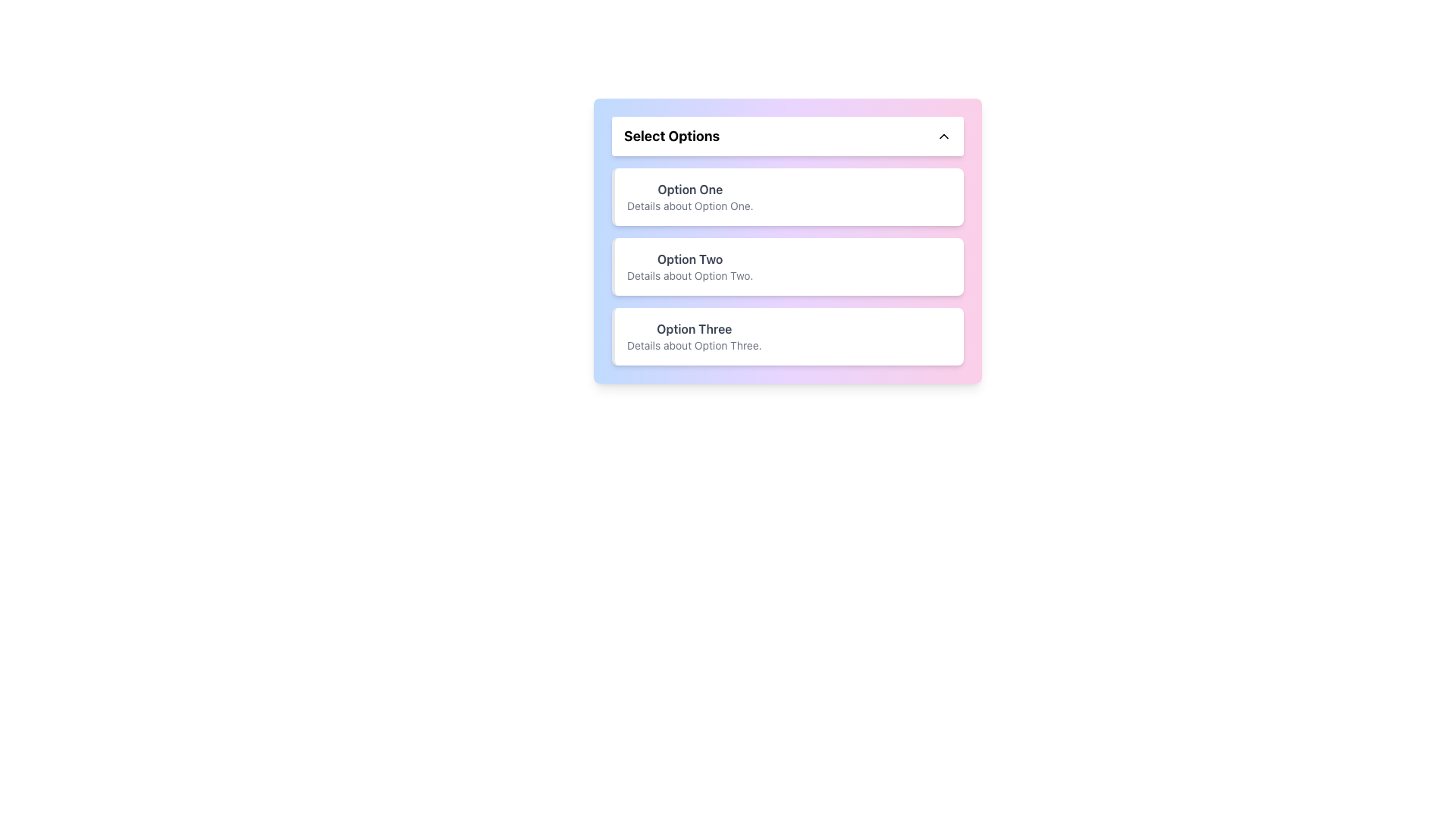  What do you see at coordinates (689, 259) in the screenshot?
I see `the text label for the second option in the list, which includes the bold 'Option Two' text and a smaller description below it` at bounding box center [689, 259].